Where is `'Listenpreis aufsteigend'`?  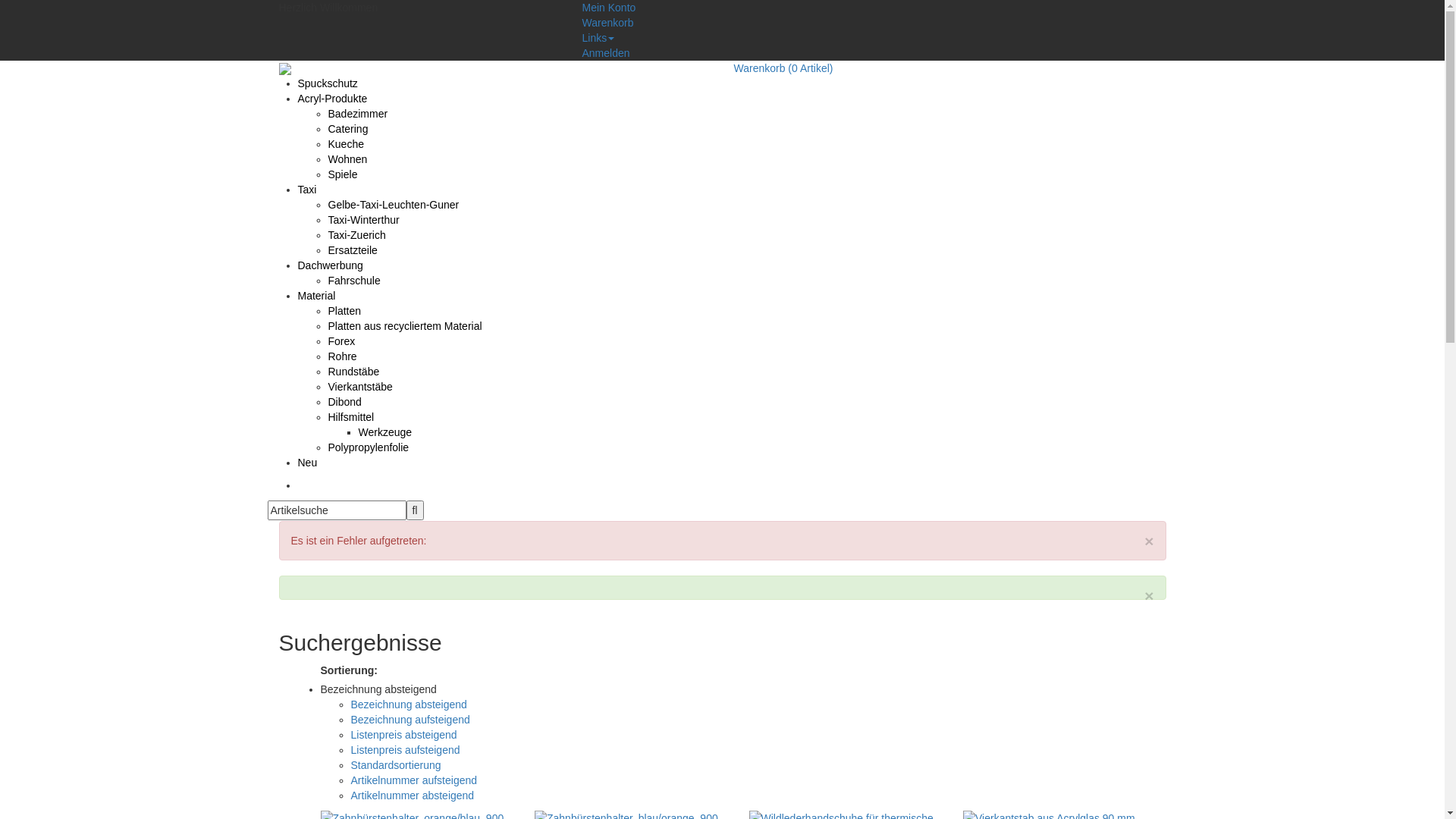
'Listenpreis aufsteigend' is located at coordinates (404, 748).